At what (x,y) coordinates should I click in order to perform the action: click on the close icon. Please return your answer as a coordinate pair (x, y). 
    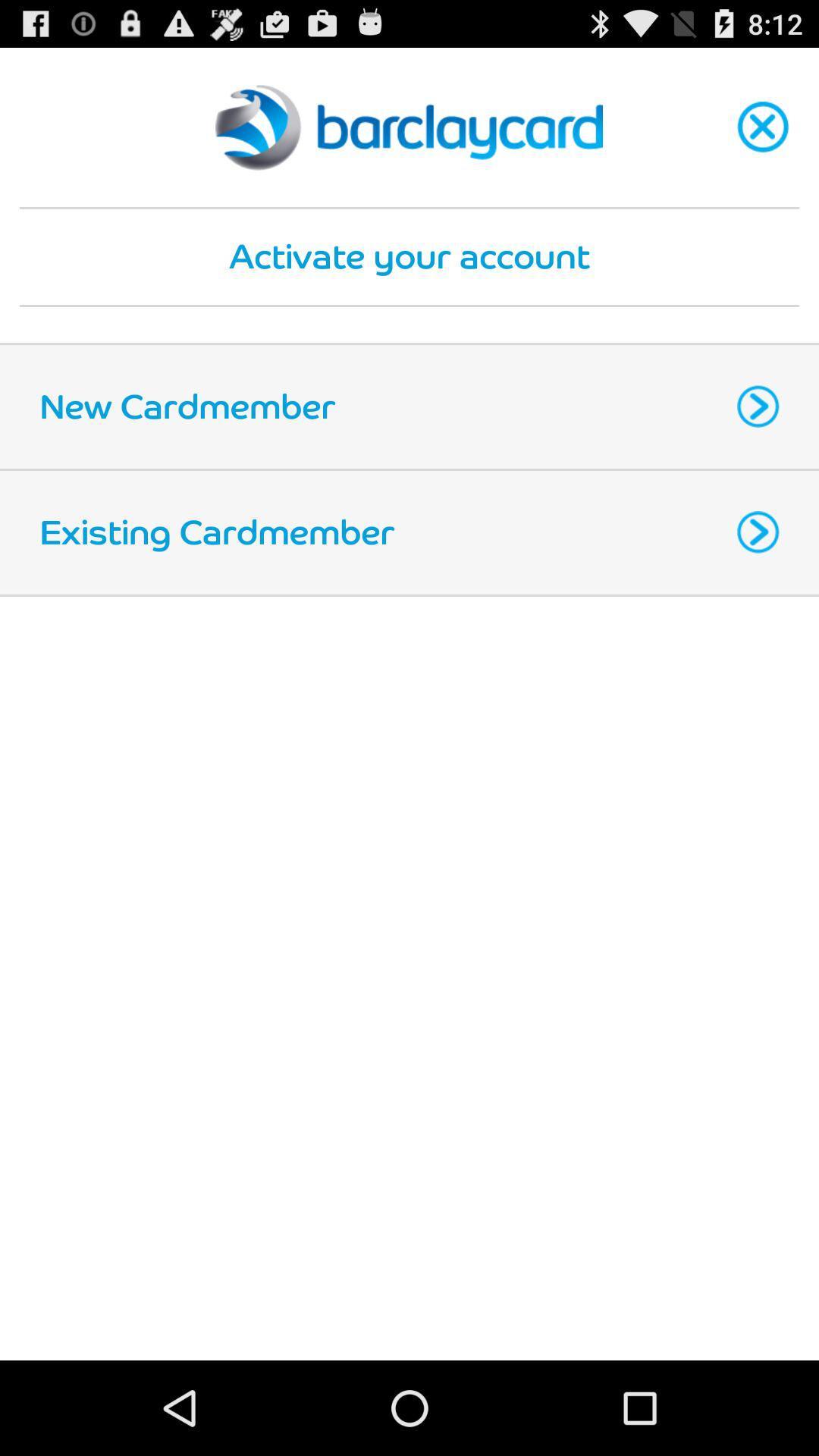
    Looking at the image, I should click on (763, 136).